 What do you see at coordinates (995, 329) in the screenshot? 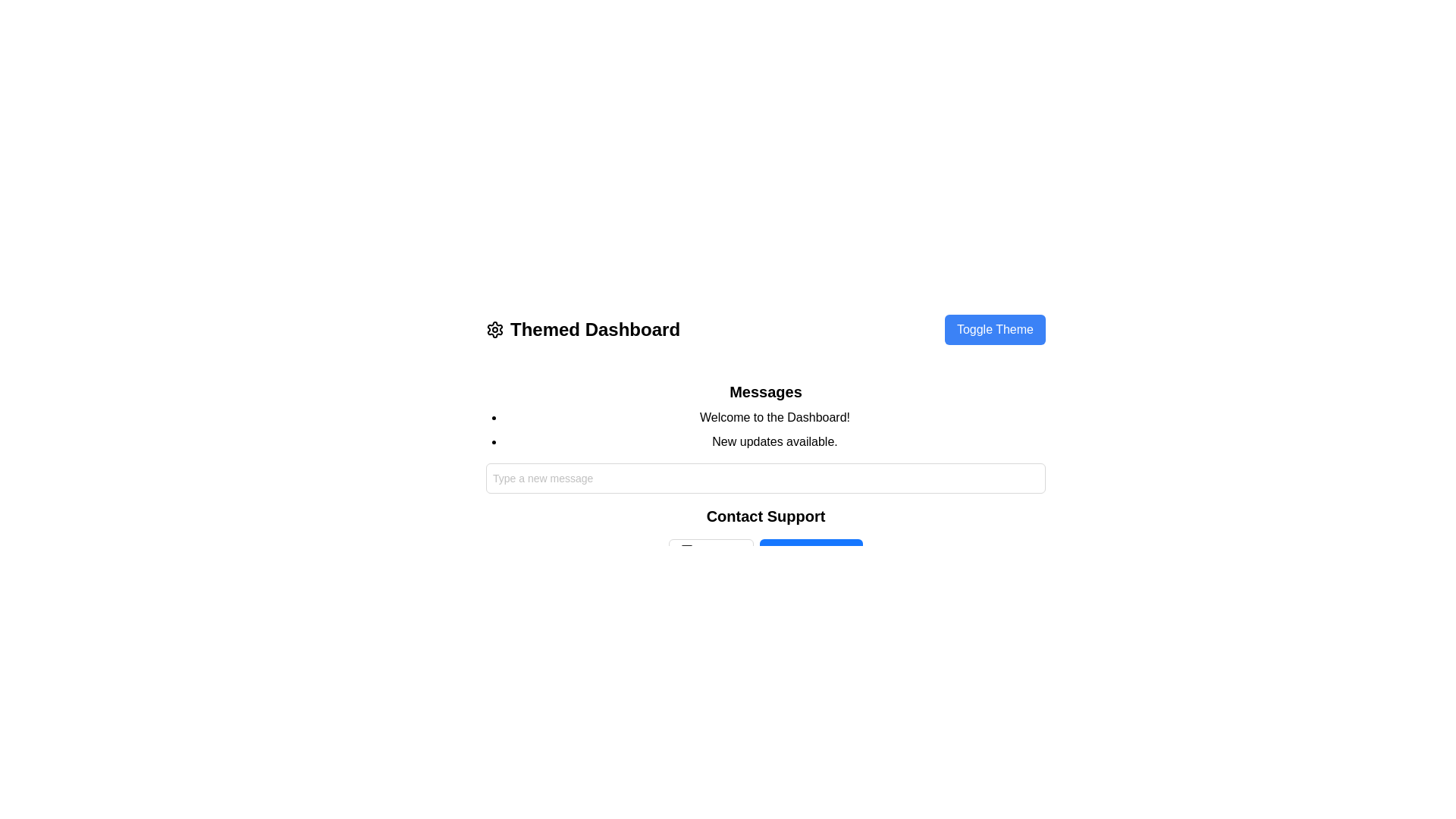
I see `keyboard navigation` at bounding box center [995, 329].